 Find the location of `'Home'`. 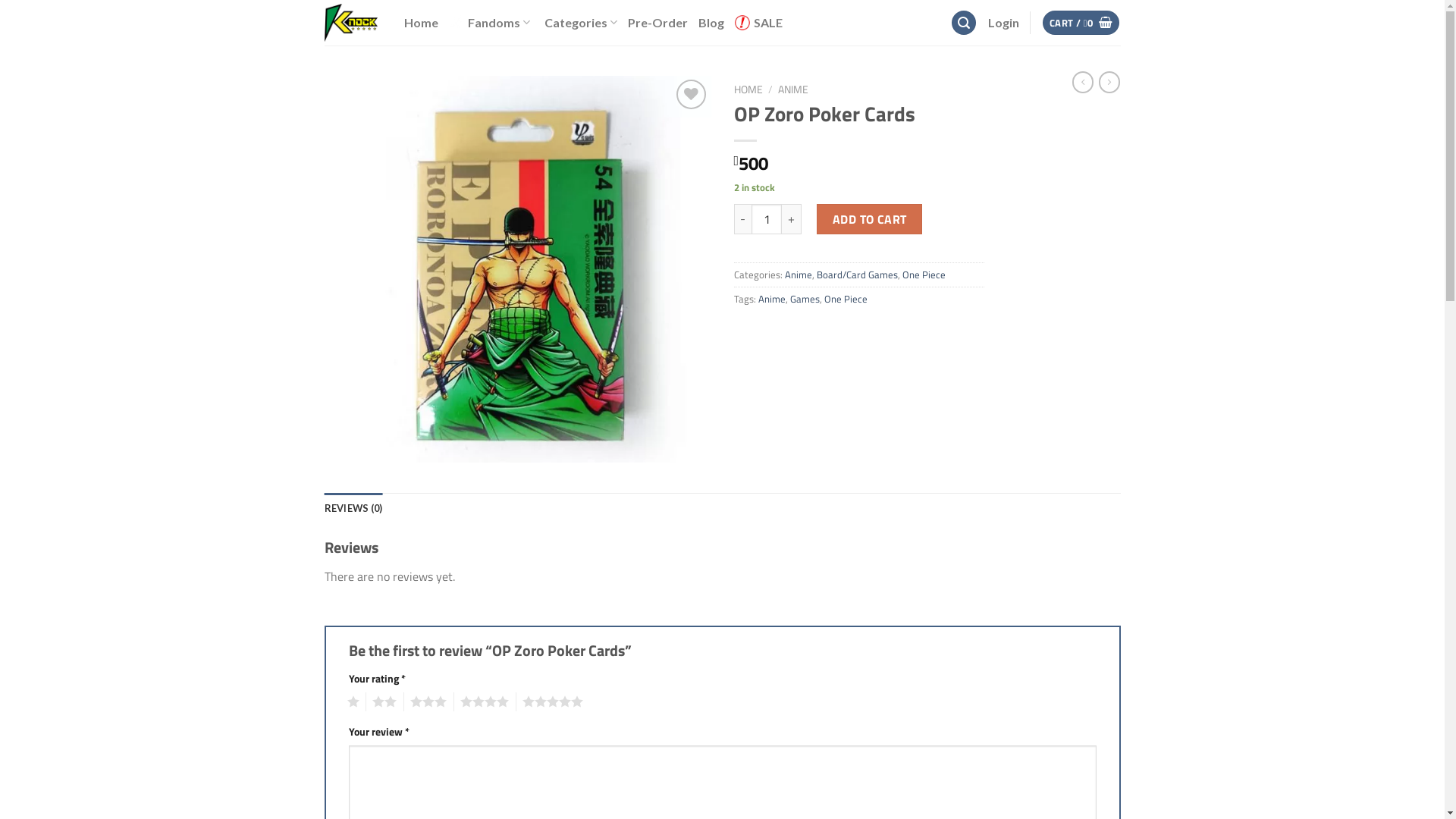

'Home' is located at coordinates (420, 23).